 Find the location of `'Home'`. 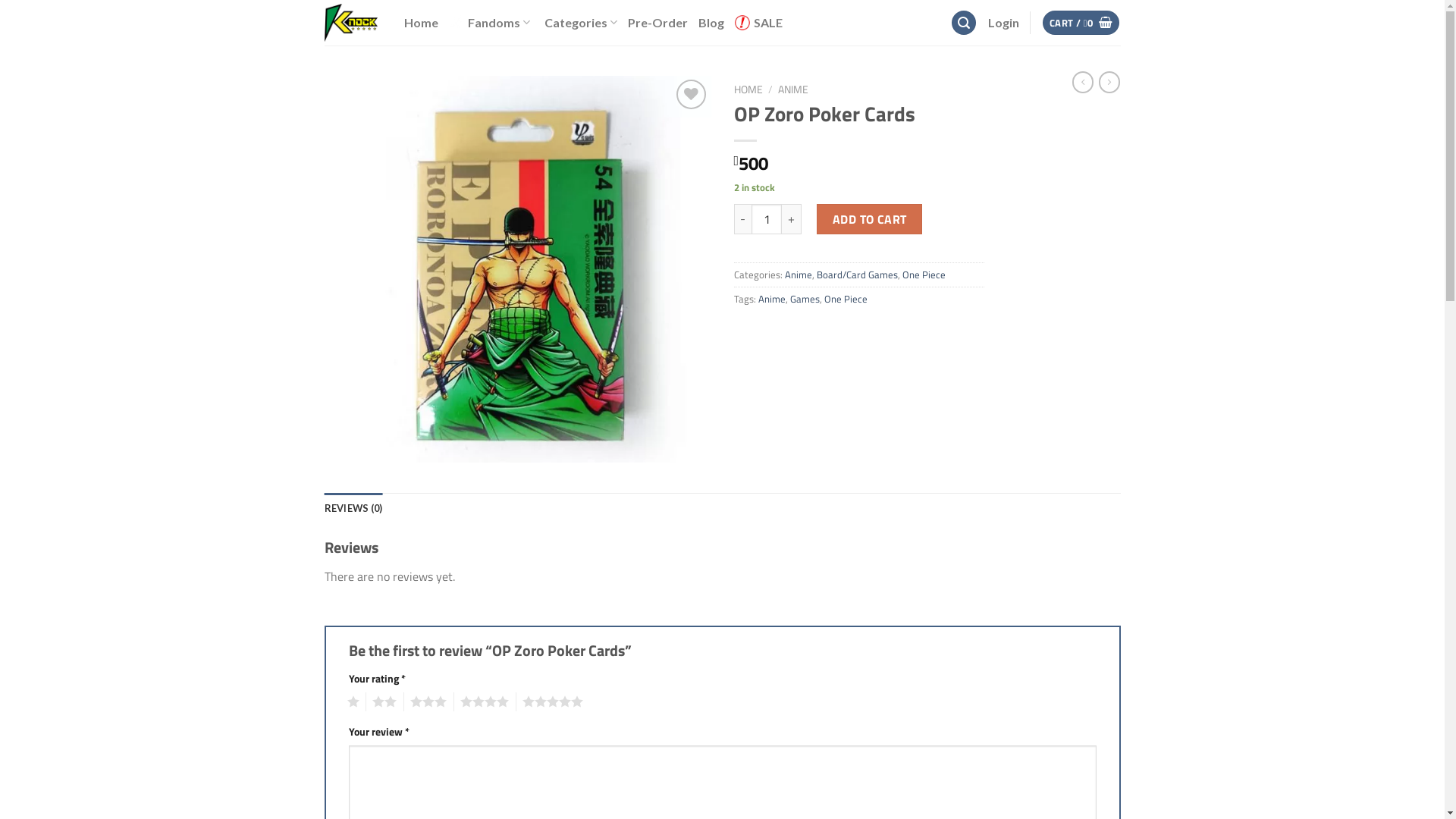

'Home' is located at coordinates (420, 23).